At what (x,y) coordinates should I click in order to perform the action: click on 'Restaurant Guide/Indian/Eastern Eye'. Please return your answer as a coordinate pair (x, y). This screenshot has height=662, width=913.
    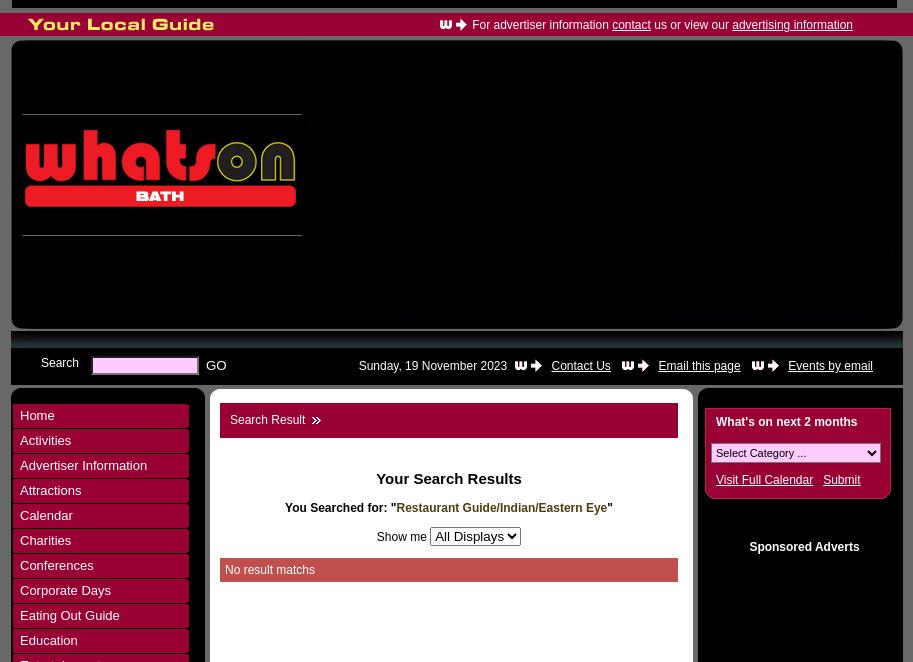
    Looking at the image, I should click on (501, 507).